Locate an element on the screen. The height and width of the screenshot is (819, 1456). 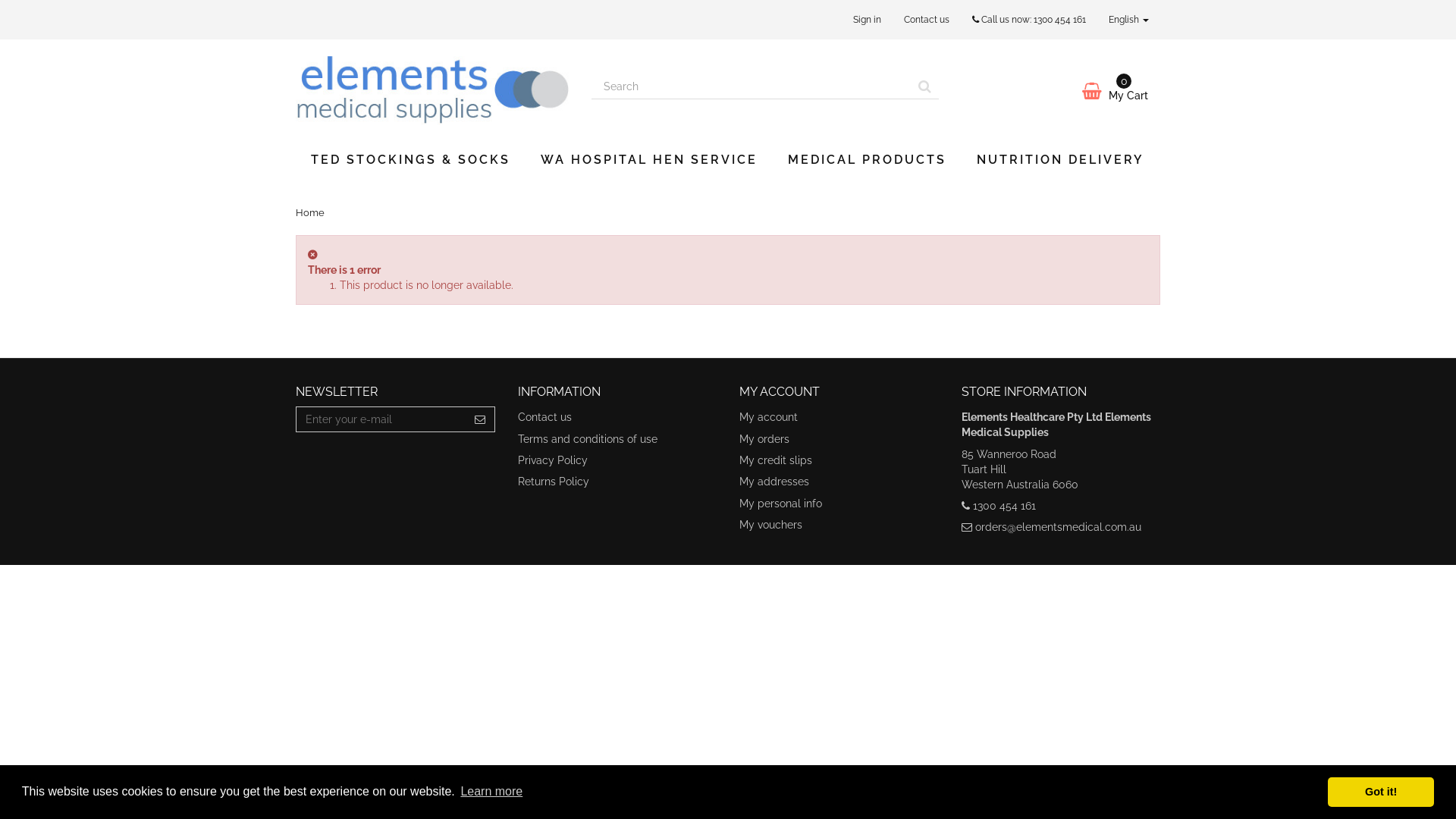
'Got it!' is located at coordinates (1380, 791).